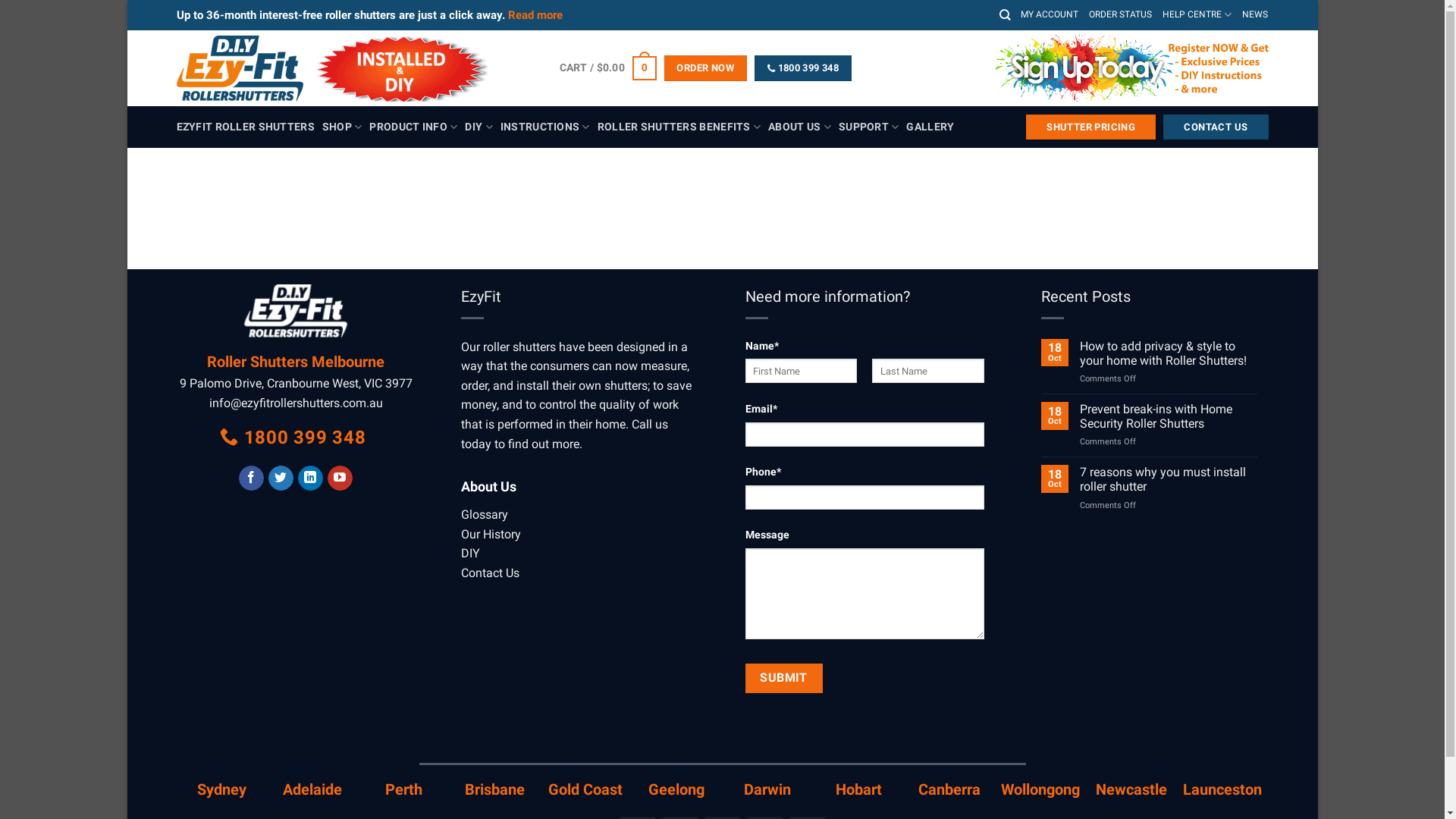 The image size is (1456, 819). What do you see at coordinates (403, 789) in the screenshot?
I see `'Perth'` at bounding box center [403, 789].